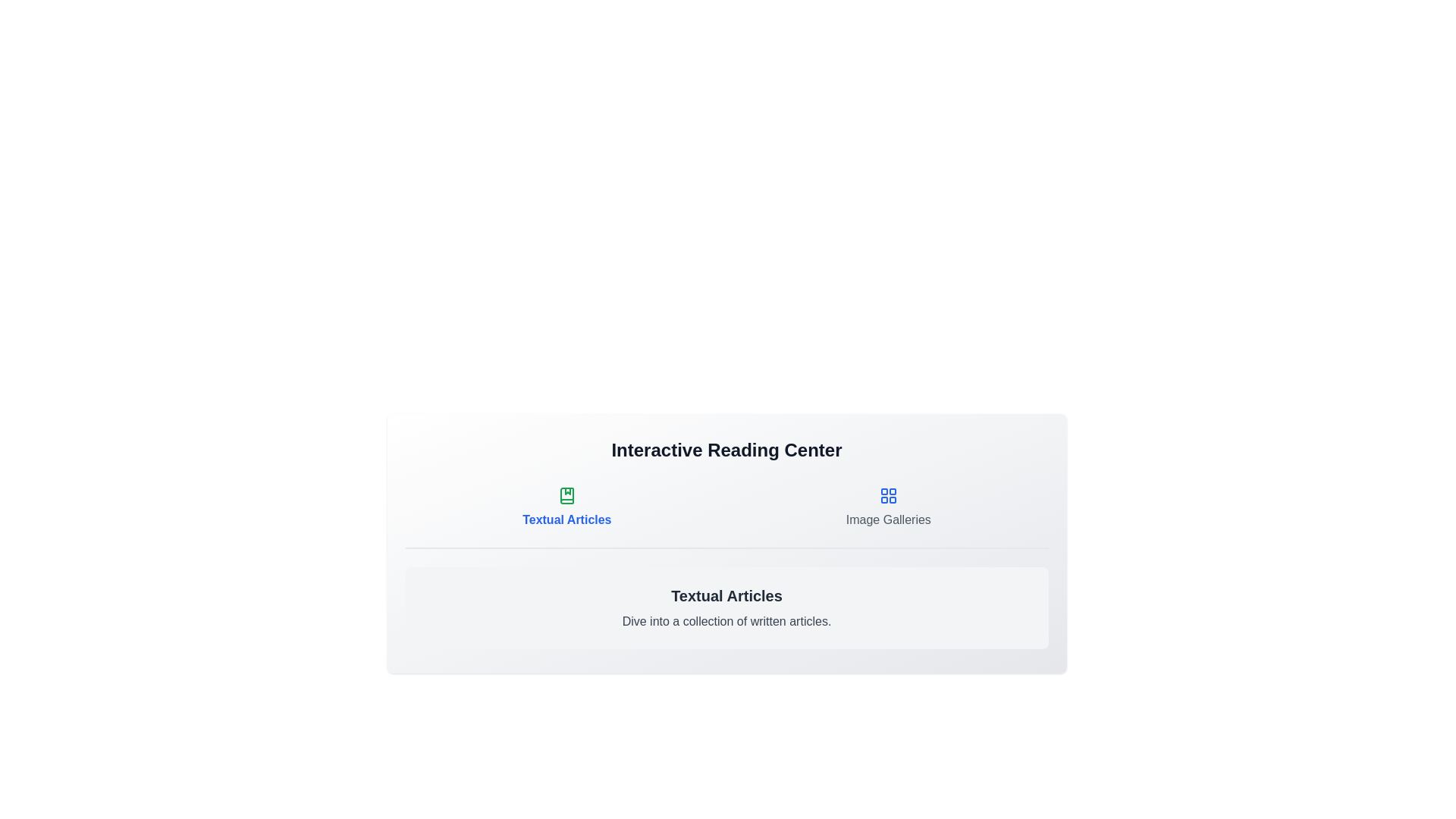 Image resolution: width=1456 pixels, height=819 pixels. Describe the element at coordinates (566, 508) in the screenshot. I see `the tab Textual Articles to view its content` at that location.